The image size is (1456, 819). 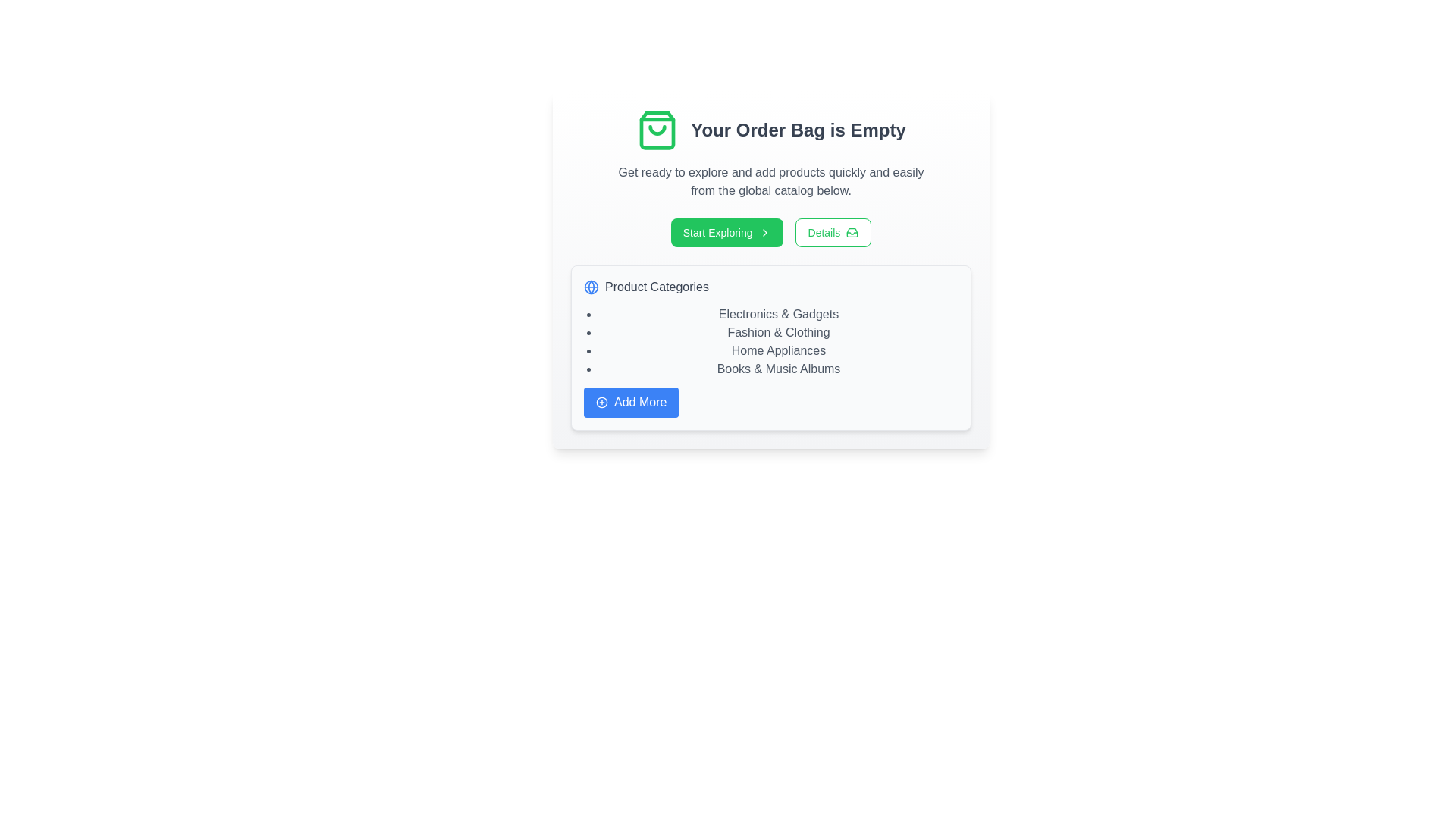 What do you see at coordinates (657, 130) in the screenshot?
I see `the green shopping bag icon located to the left of the text 'Your Order Bag is Empty'` at bounding box center [657, 130].